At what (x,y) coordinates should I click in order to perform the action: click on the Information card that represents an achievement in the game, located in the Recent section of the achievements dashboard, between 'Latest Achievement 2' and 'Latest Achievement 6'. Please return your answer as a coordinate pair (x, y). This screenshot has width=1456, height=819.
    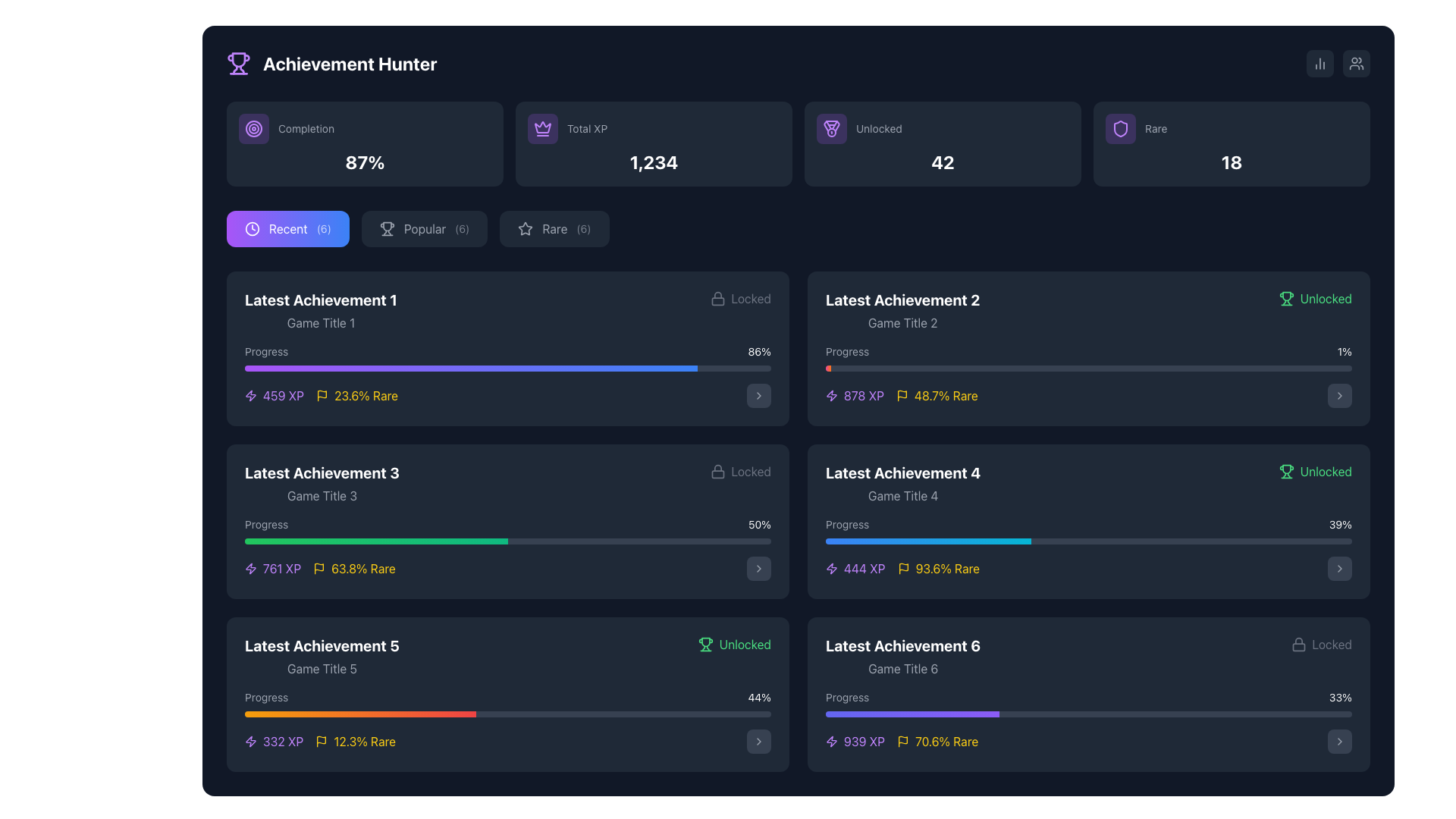
    Looking at the image, I should click on (1087, 483).